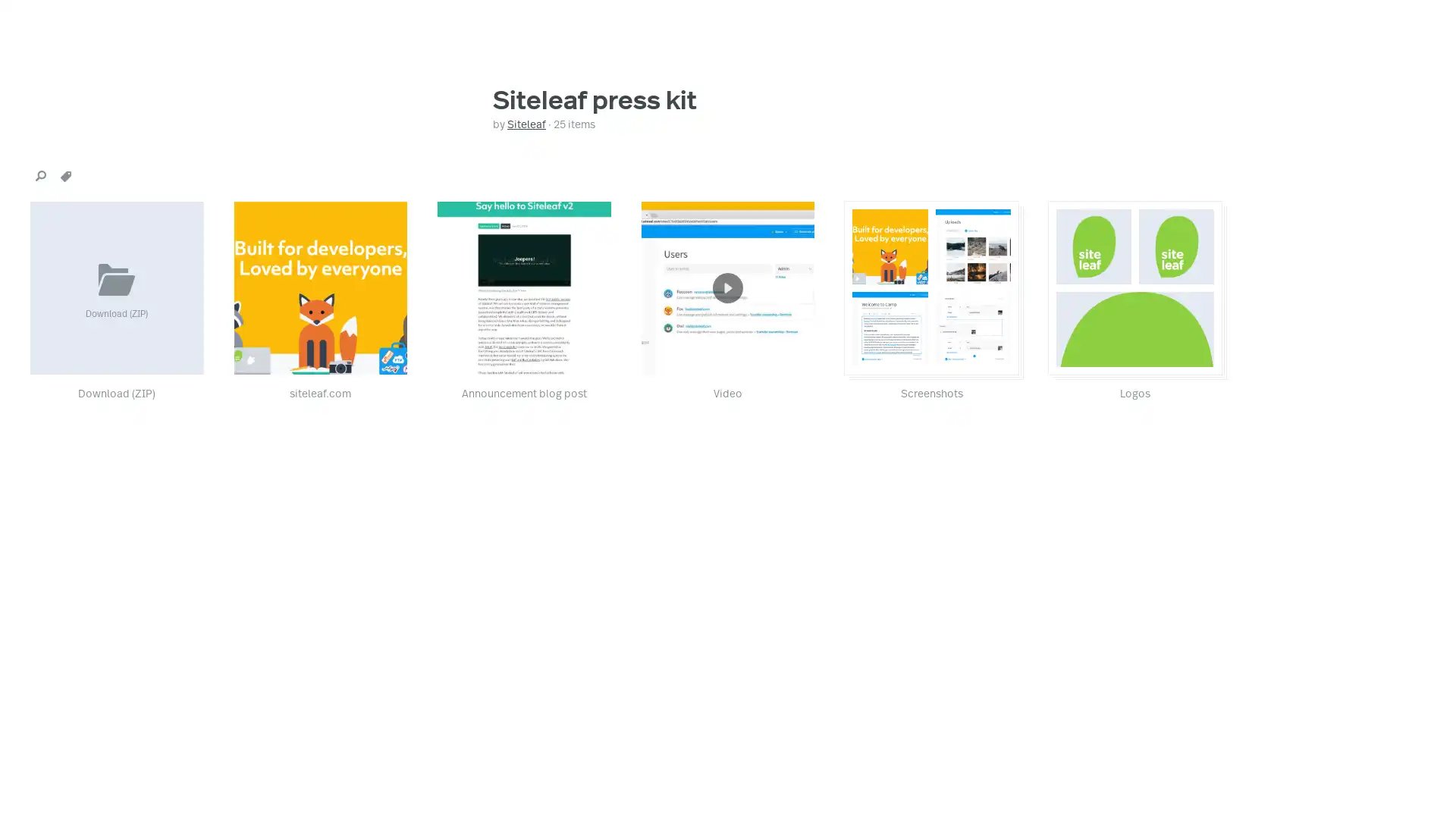  Describe the element at coordinates (64, 175) in the screenshot. I see `tags` at that location.